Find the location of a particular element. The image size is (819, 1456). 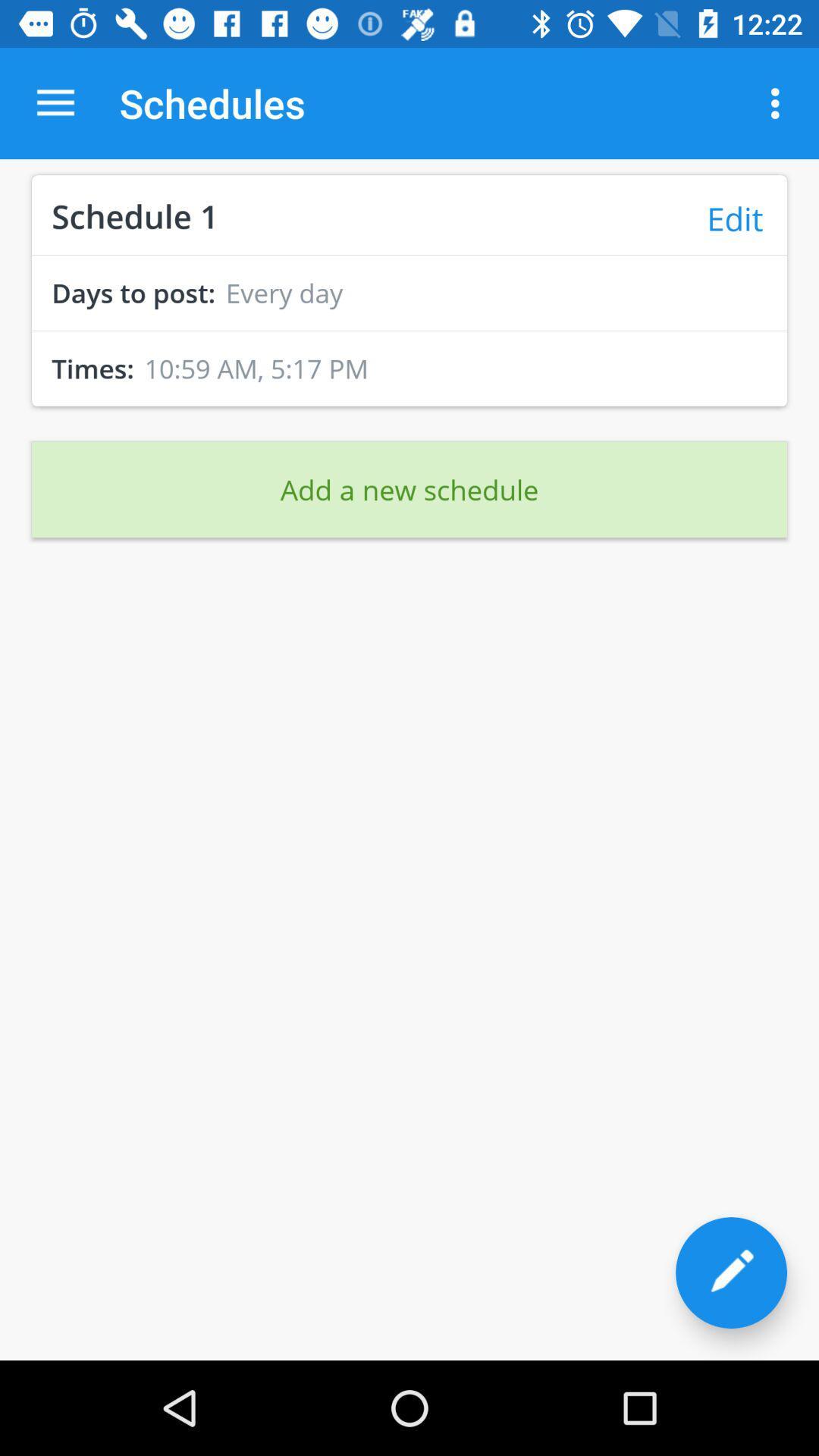

icon above the times: icon is located at coordinates (409, 330).